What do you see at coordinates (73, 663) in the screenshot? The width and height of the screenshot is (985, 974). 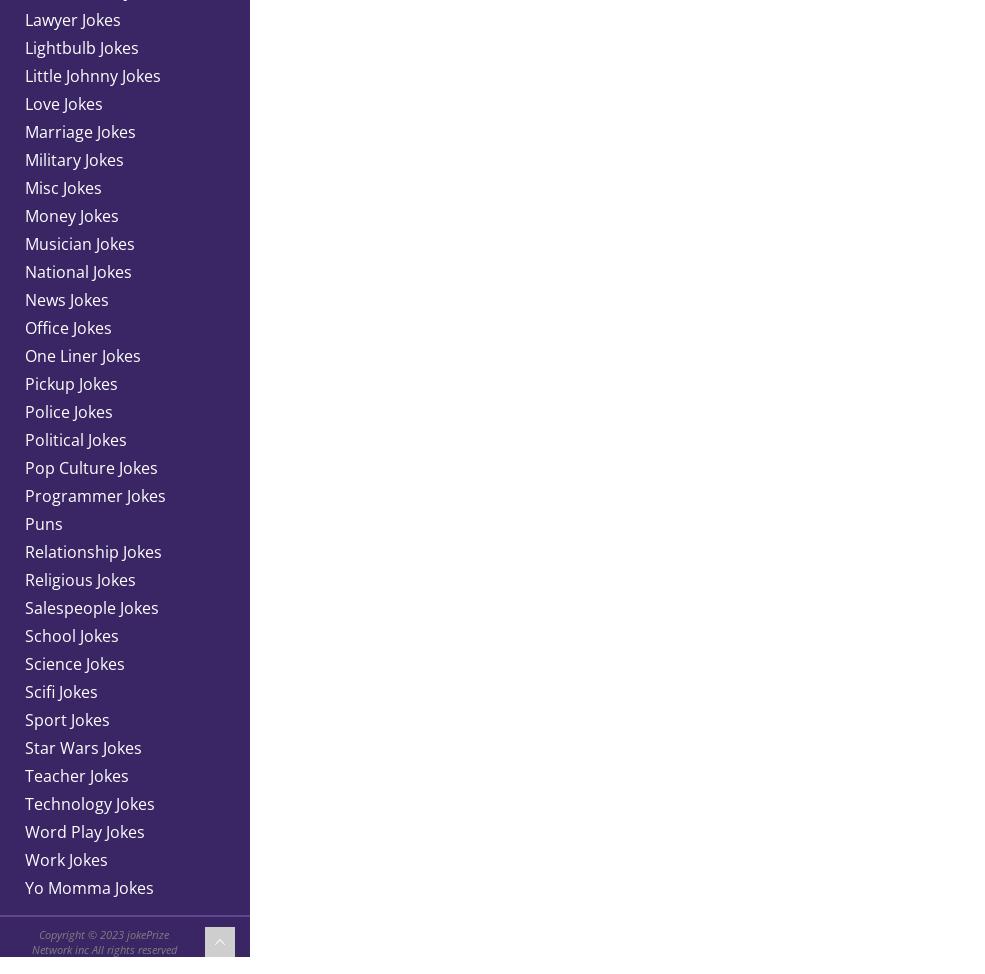 I see `'Science Jokes'` at bounding box center [73, 663].